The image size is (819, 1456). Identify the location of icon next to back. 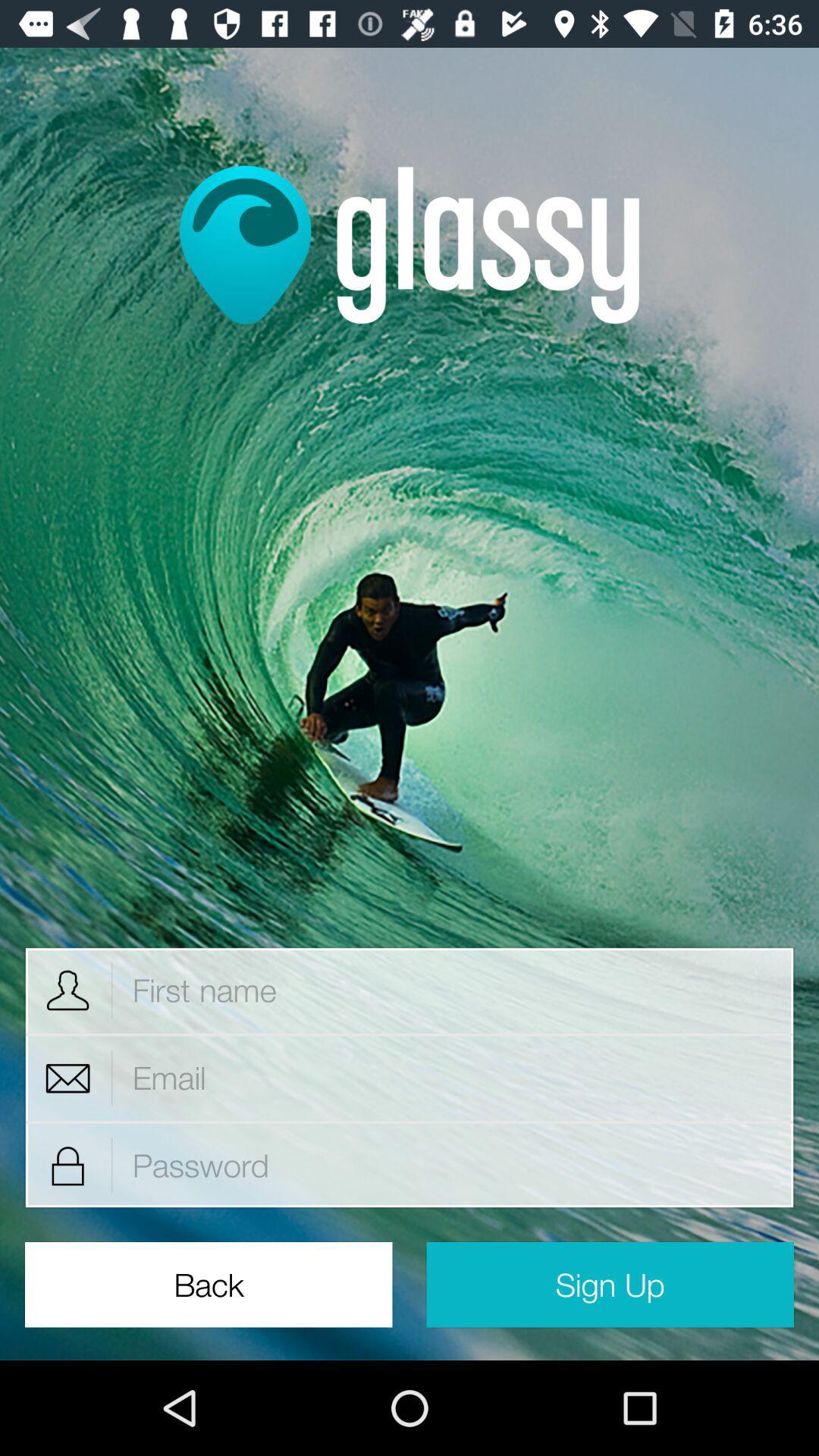
(609, 1284).